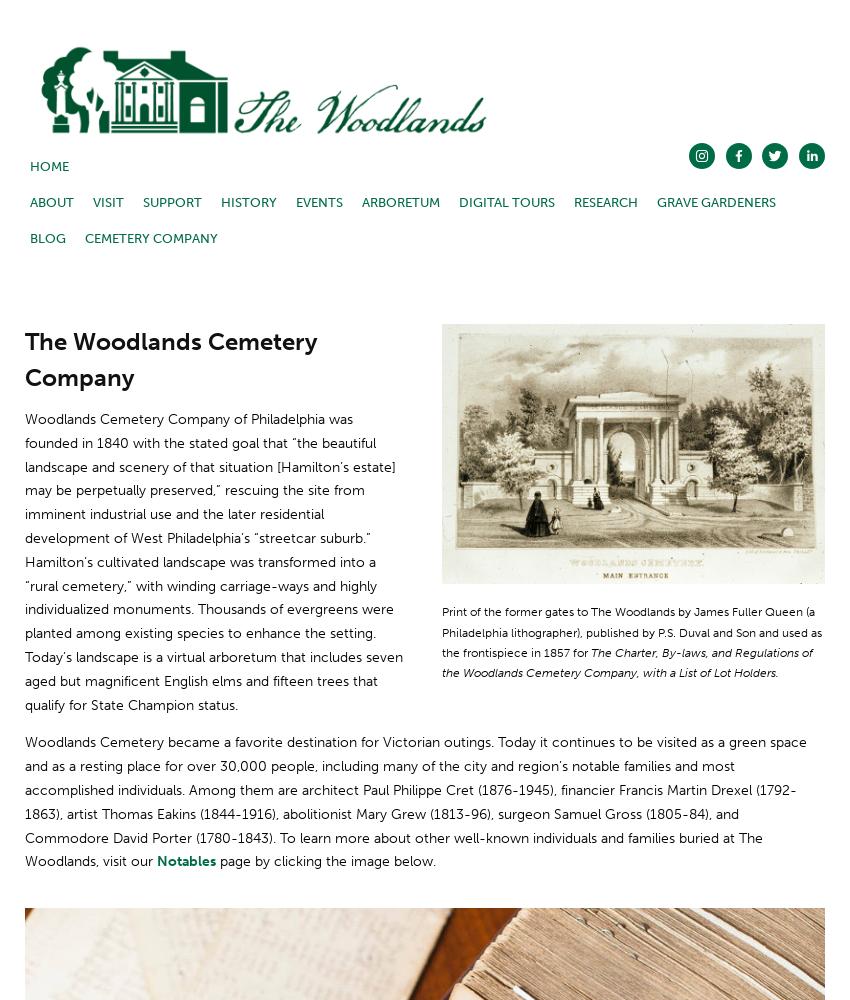 The image size is (850, 1000). I want to click on 'Print of the former gates to The Woodlands by James Fuller Queen (a Philadelphia lithographer), published by P.S. Duval and Son and used as the frontispiece in 1857 for', so click(632, 632).